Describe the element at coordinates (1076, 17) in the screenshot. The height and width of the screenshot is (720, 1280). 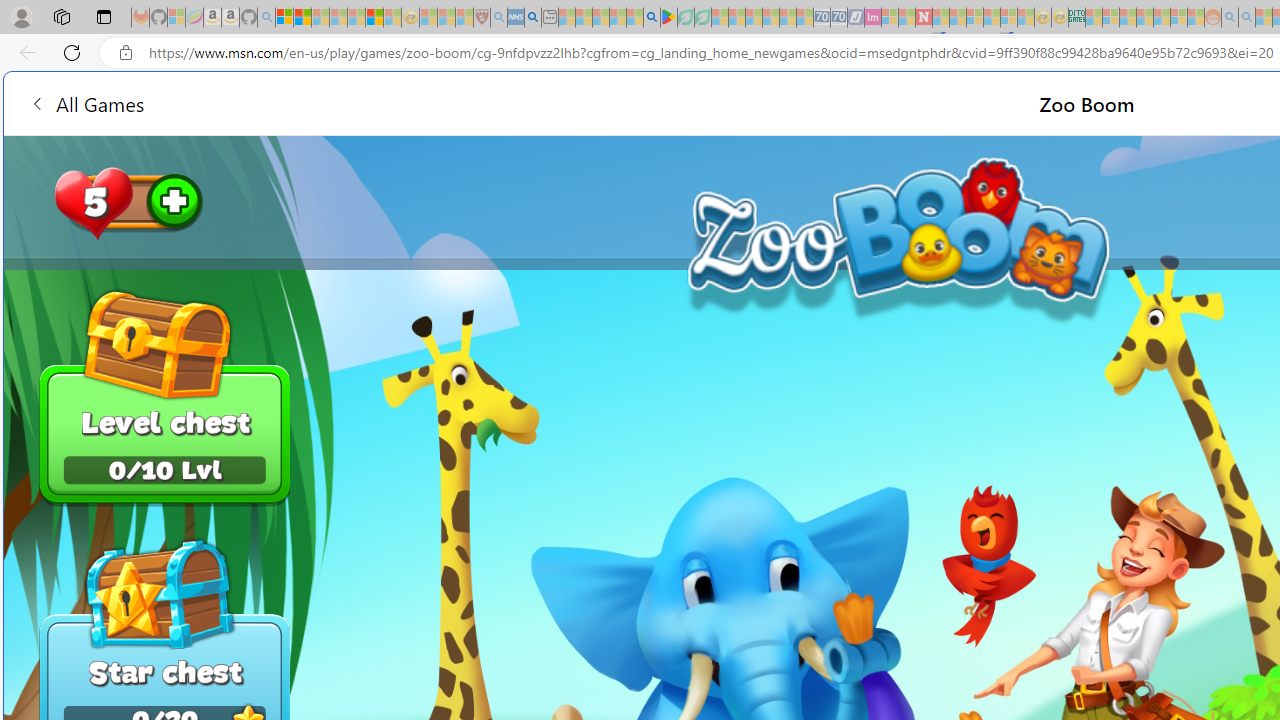
I see `'DITOGAMES AG Imprint'` at that location.